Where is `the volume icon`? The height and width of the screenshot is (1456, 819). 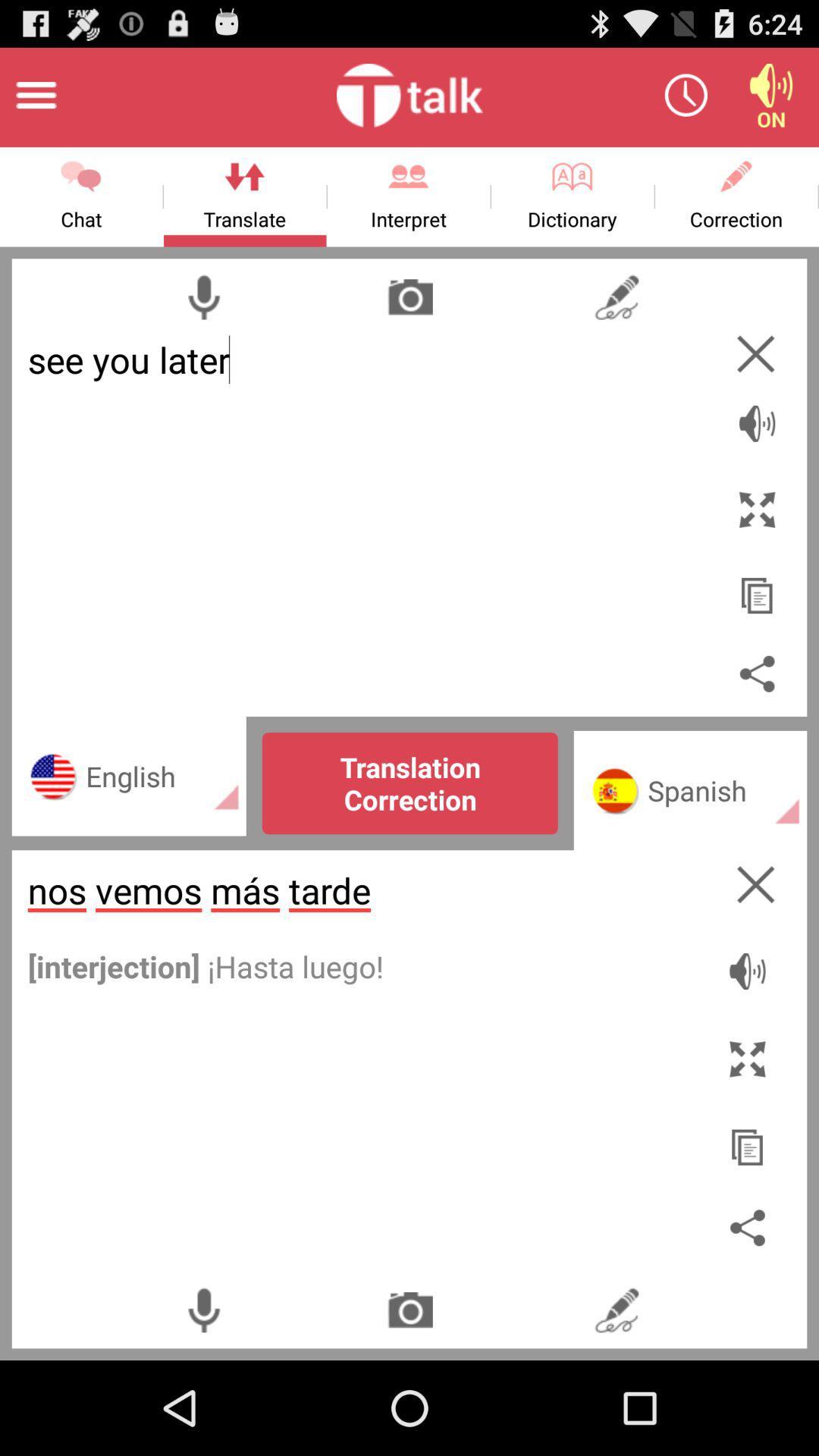
the volume icon is located at coordinates (751, 1054).